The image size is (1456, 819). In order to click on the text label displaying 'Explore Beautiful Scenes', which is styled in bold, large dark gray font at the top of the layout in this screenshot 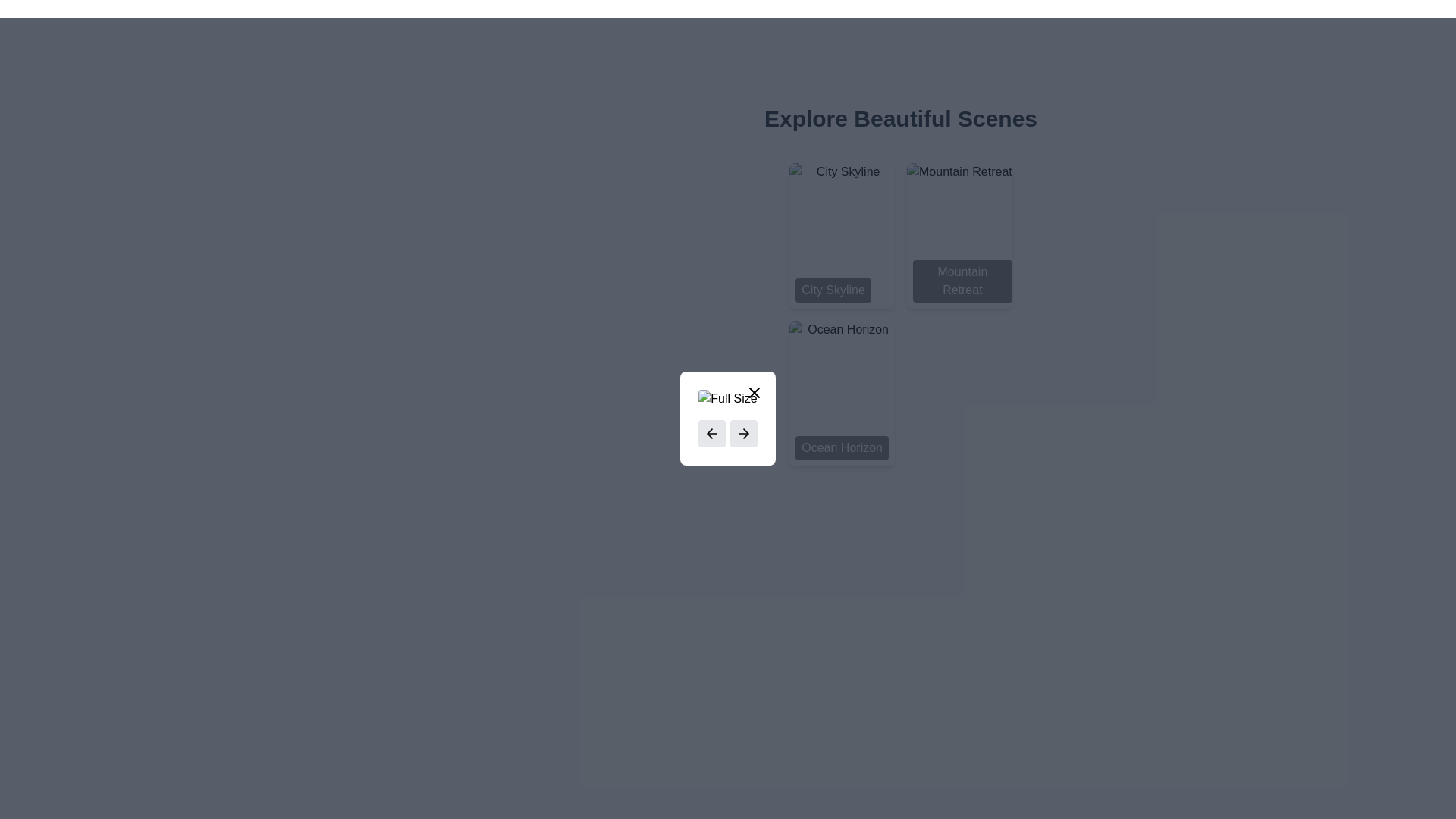, I will do `click(901, 118)`.